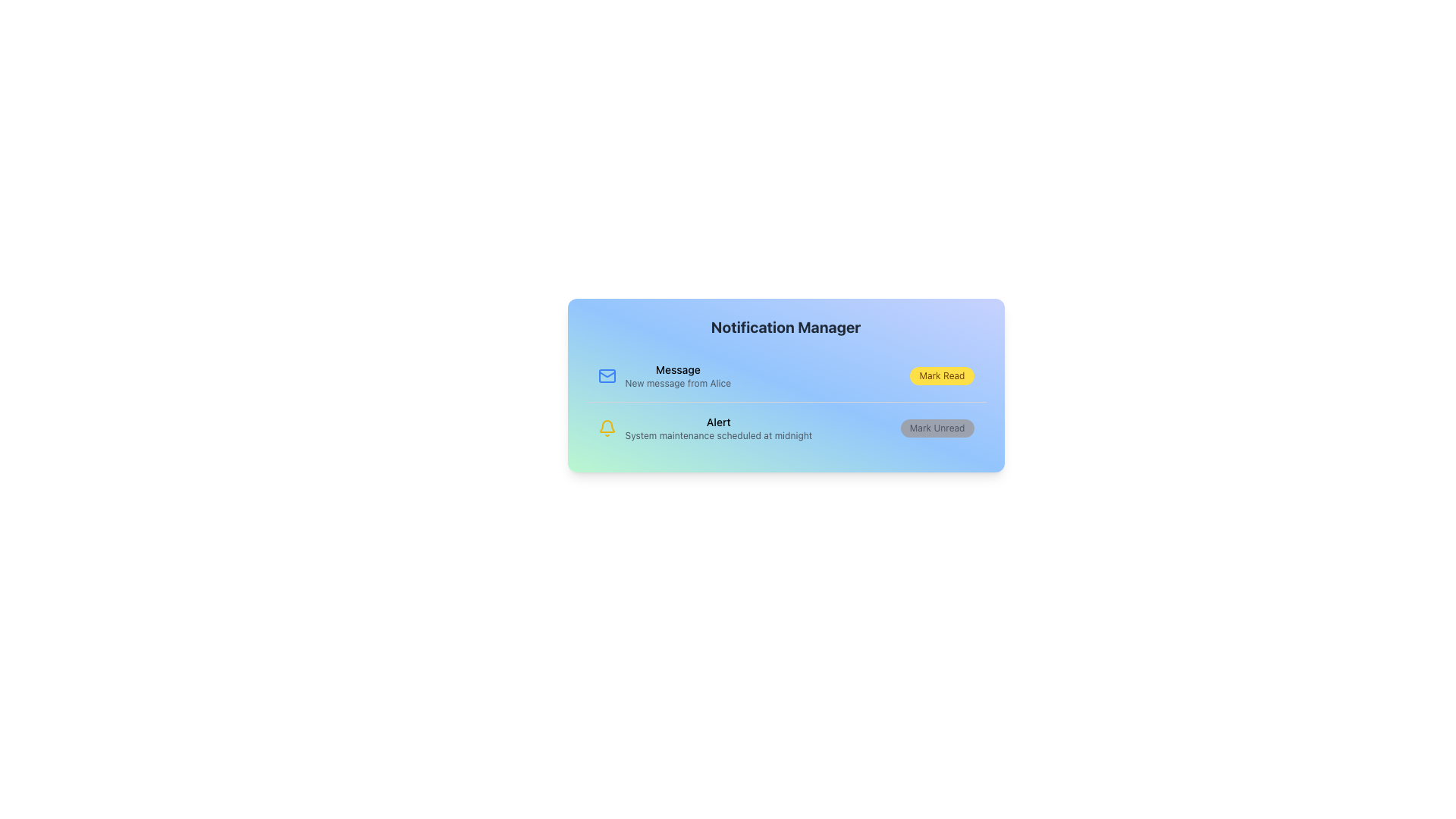 This screenshot has width=1456, height=819. Describe the element at coordinates (717, 435) in the screenshot. I see `the Static Text element displaying the message 'System maintenance scheduled at midnight' located under the 'Alert' title in the notification section` at that location.